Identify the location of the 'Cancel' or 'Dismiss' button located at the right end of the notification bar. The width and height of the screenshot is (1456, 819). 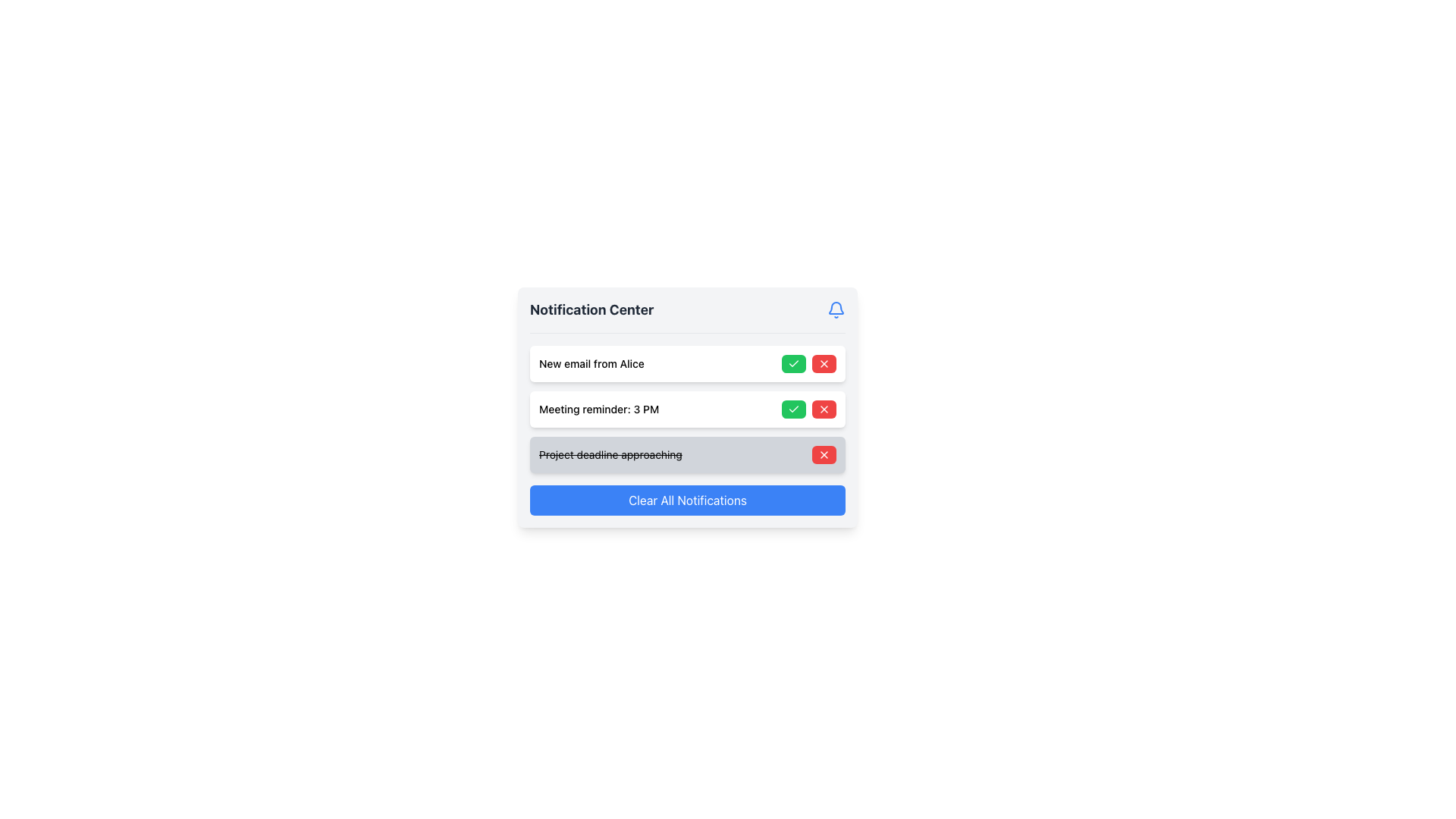
(823, 363).